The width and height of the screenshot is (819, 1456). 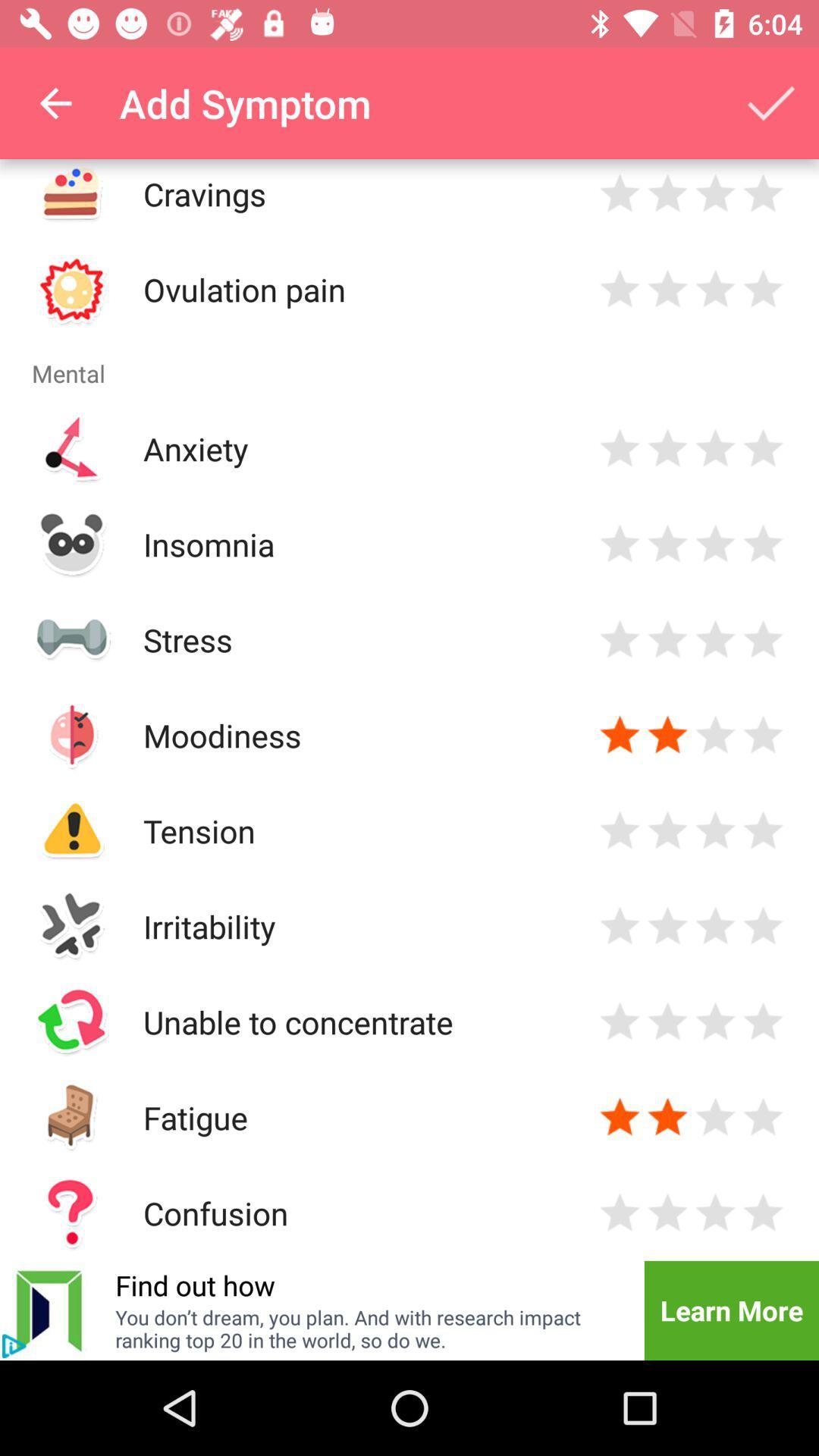 I want to click on rating, so click(x=763, y=925).